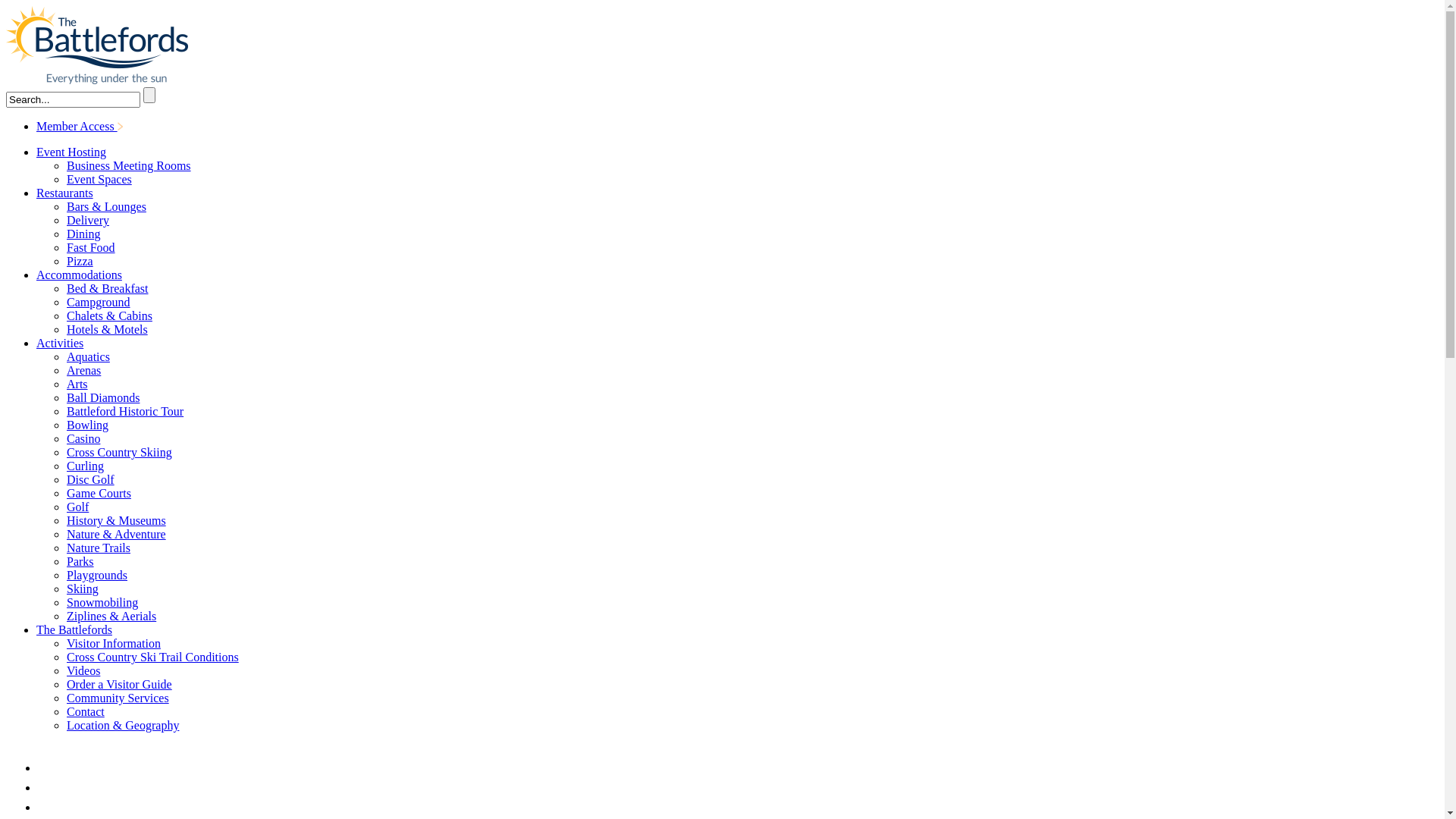 This screenshot has height=819, width=1456. Describe the element at coordinates (65, 588) in the screenshot. I see `'Skiing'` at that location.